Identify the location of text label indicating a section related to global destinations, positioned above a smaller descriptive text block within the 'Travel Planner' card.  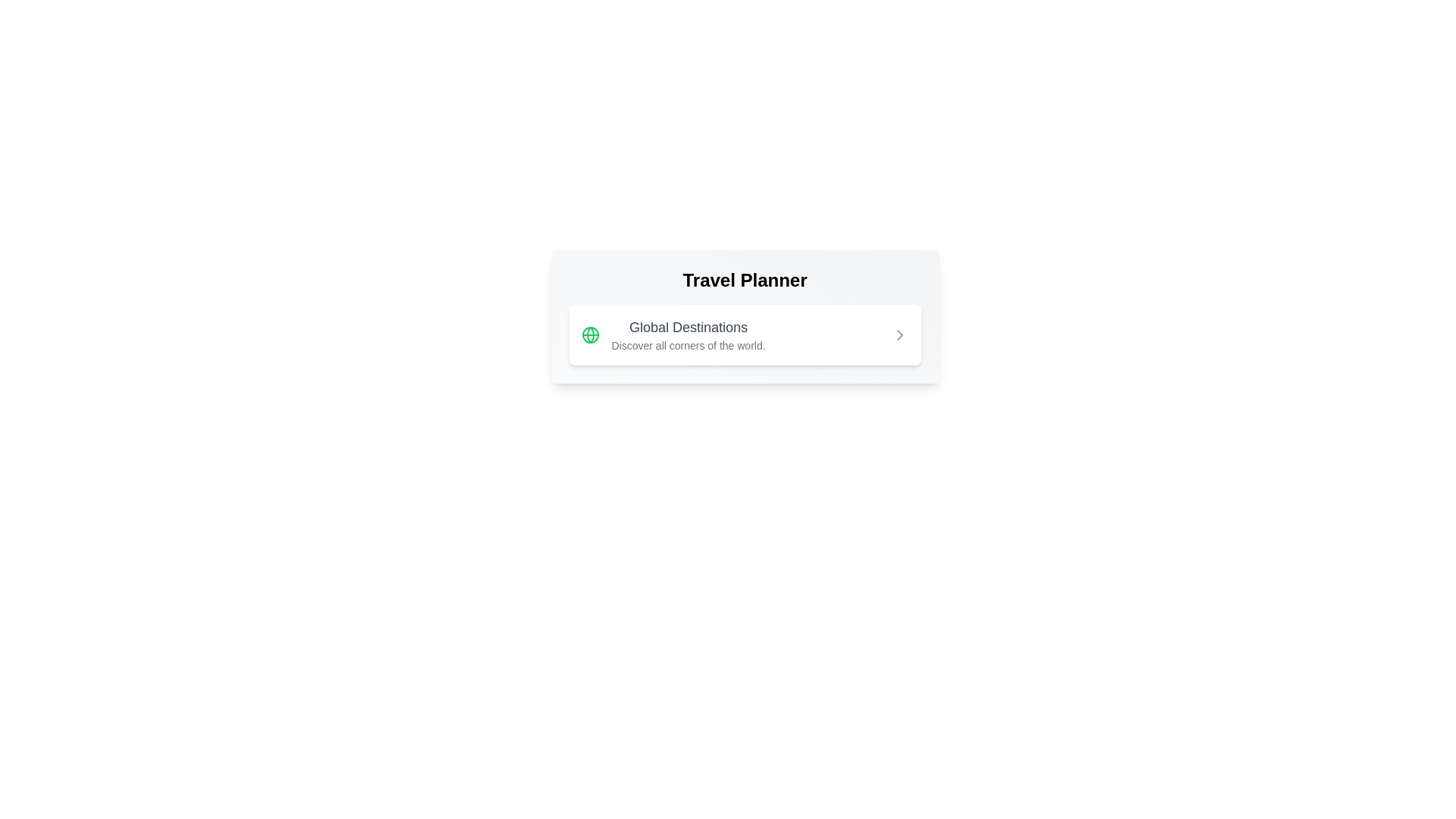
(687, 327).